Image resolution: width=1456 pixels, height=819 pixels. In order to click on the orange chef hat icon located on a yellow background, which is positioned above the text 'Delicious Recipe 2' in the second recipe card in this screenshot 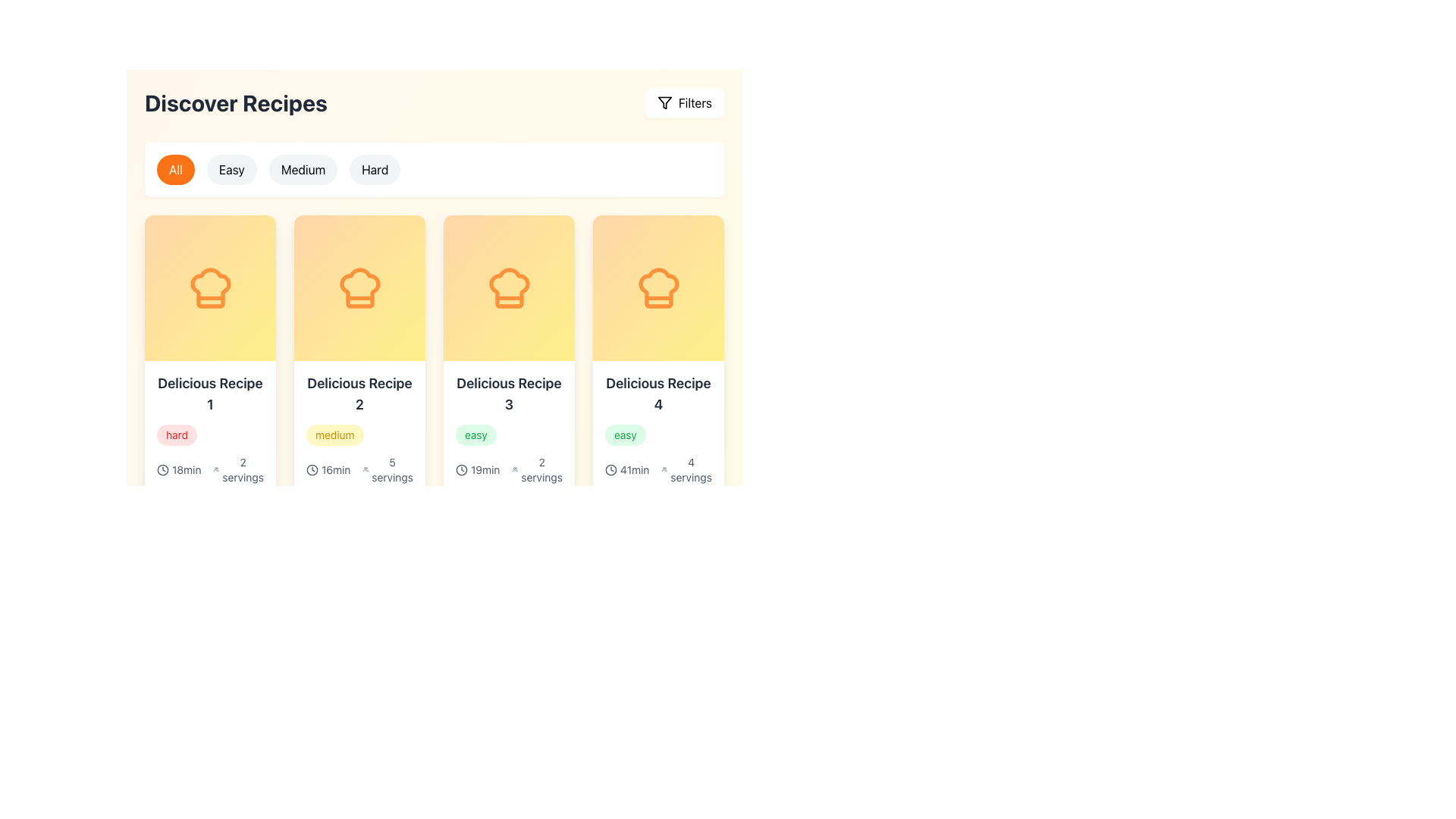, I will do `click(359, 287)`.